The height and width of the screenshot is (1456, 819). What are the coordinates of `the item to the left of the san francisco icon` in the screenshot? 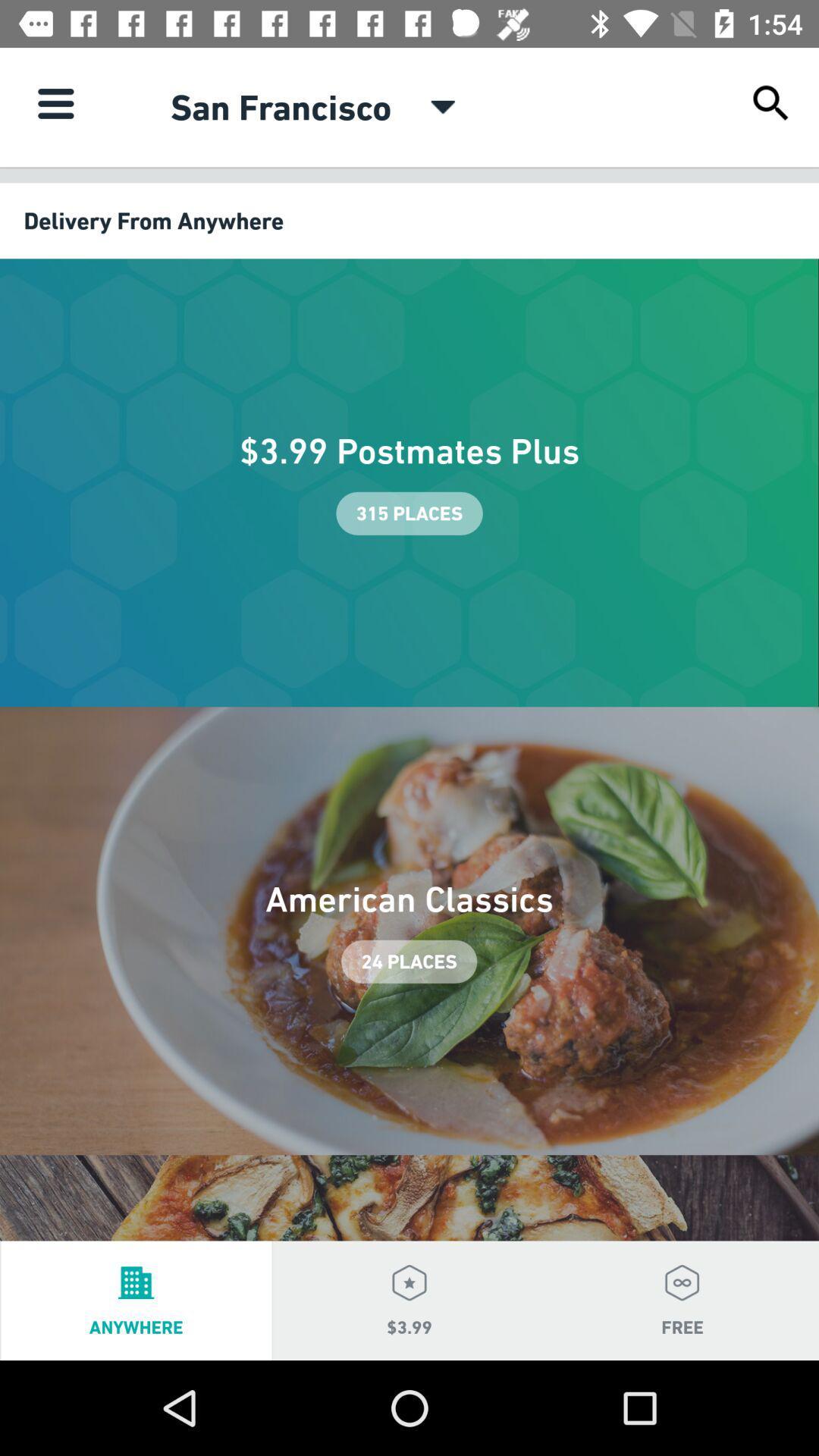 It's located at (55, 102).